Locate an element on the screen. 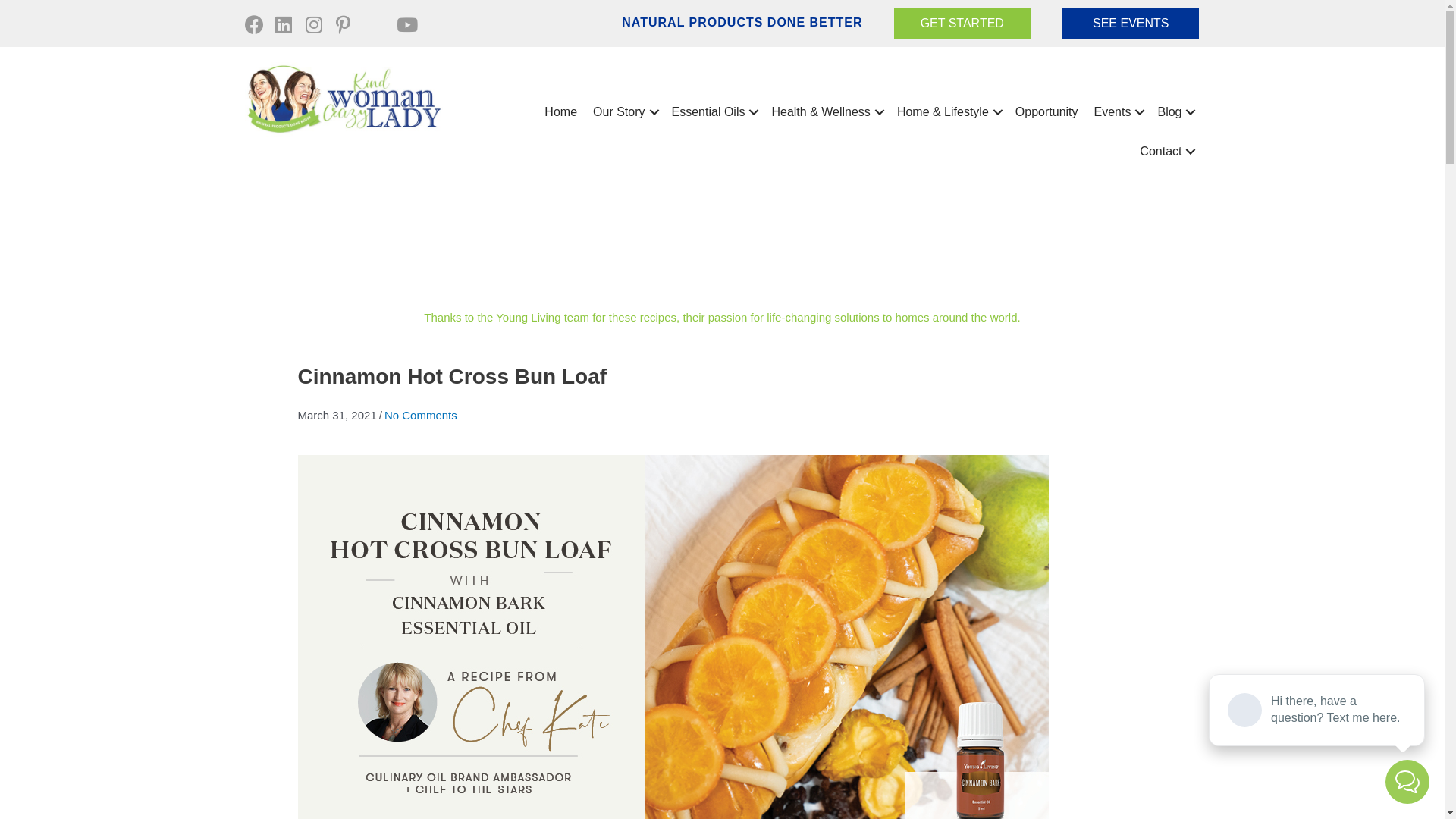 Image resolution: width=1456 pixels, height=819 pixels. 'Our Story' is located at coordinates (623, 111).